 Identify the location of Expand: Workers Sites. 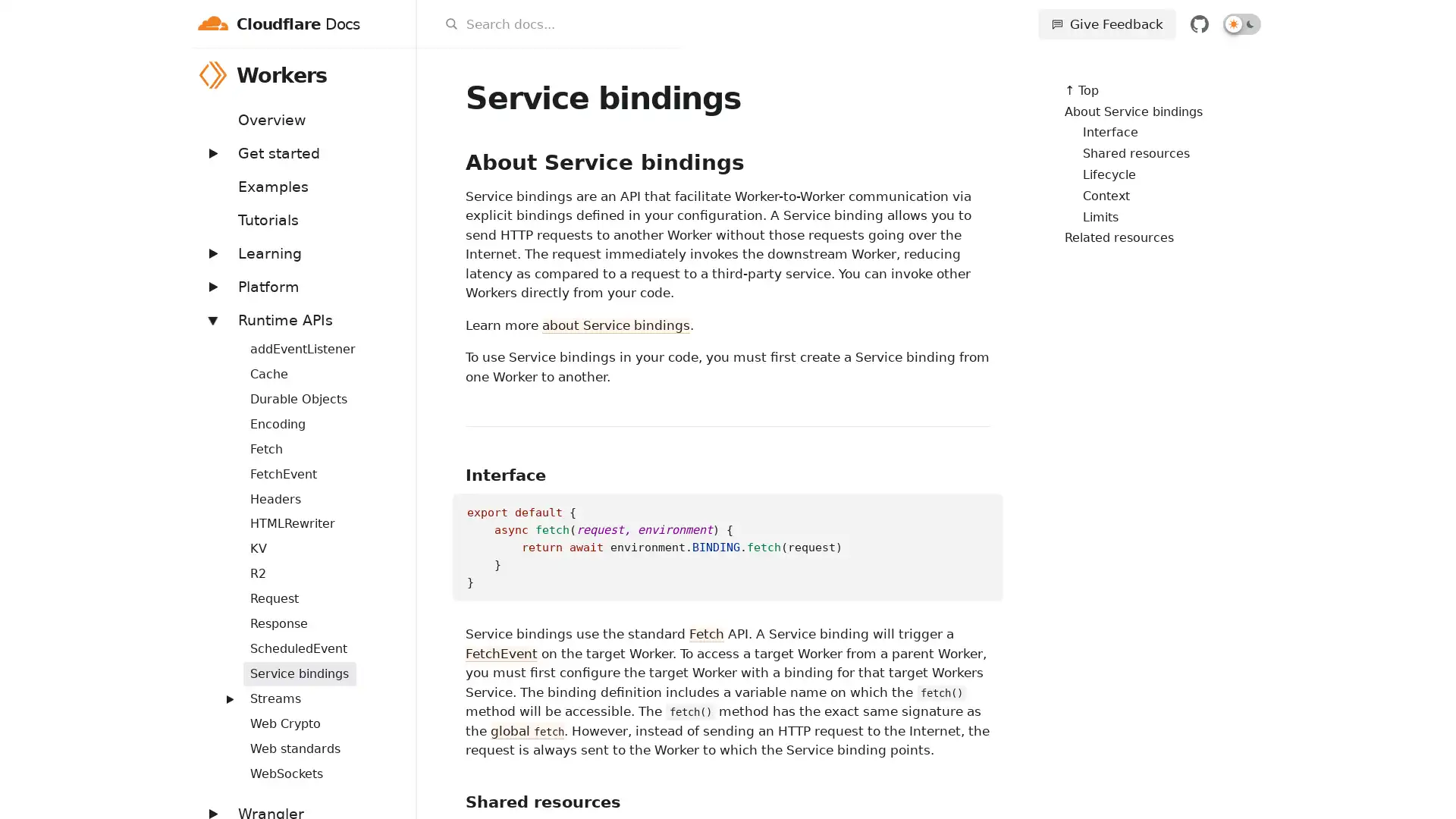
(221, 690).